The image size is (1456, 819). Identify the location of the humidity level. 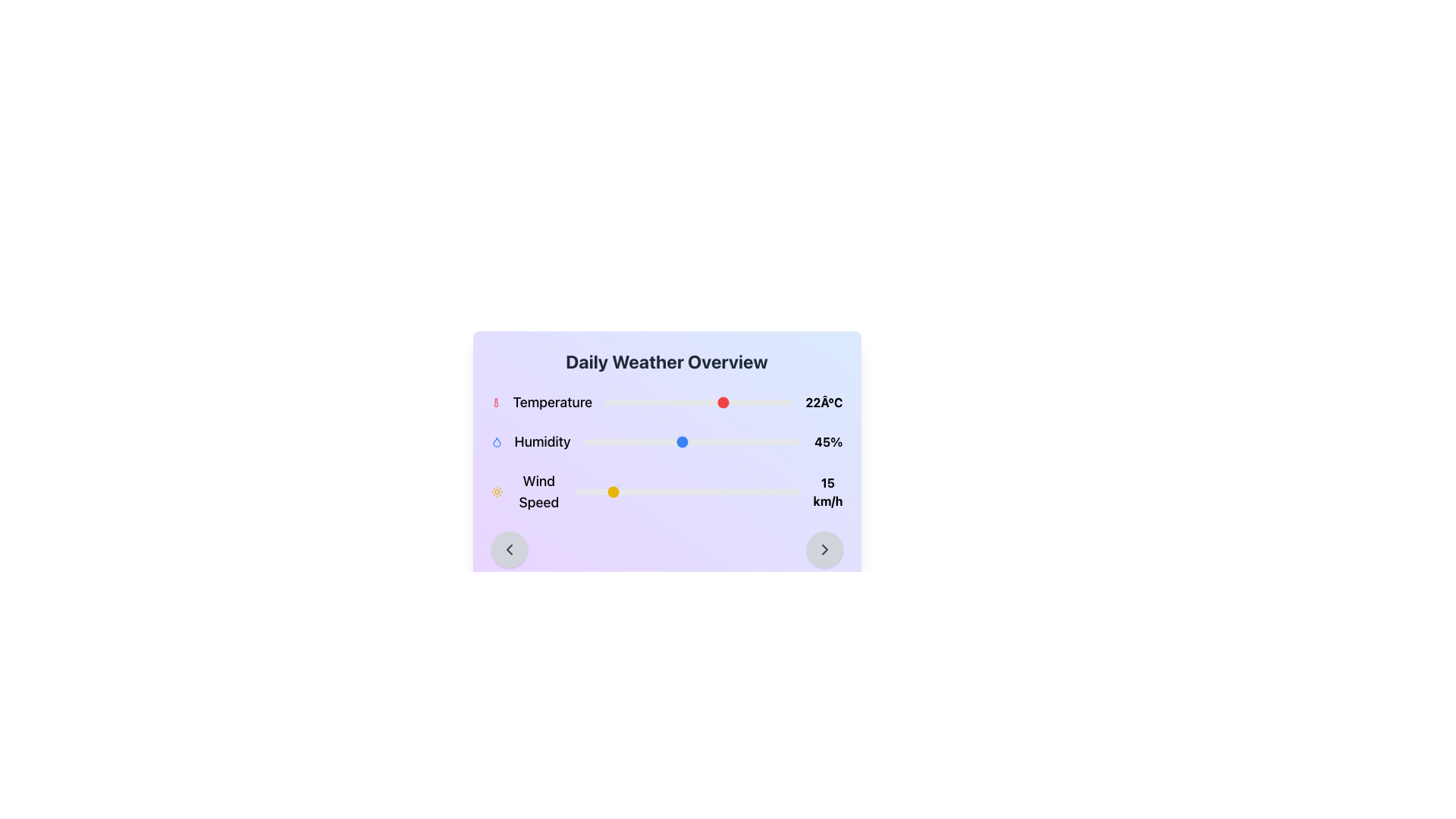
(611, 441).